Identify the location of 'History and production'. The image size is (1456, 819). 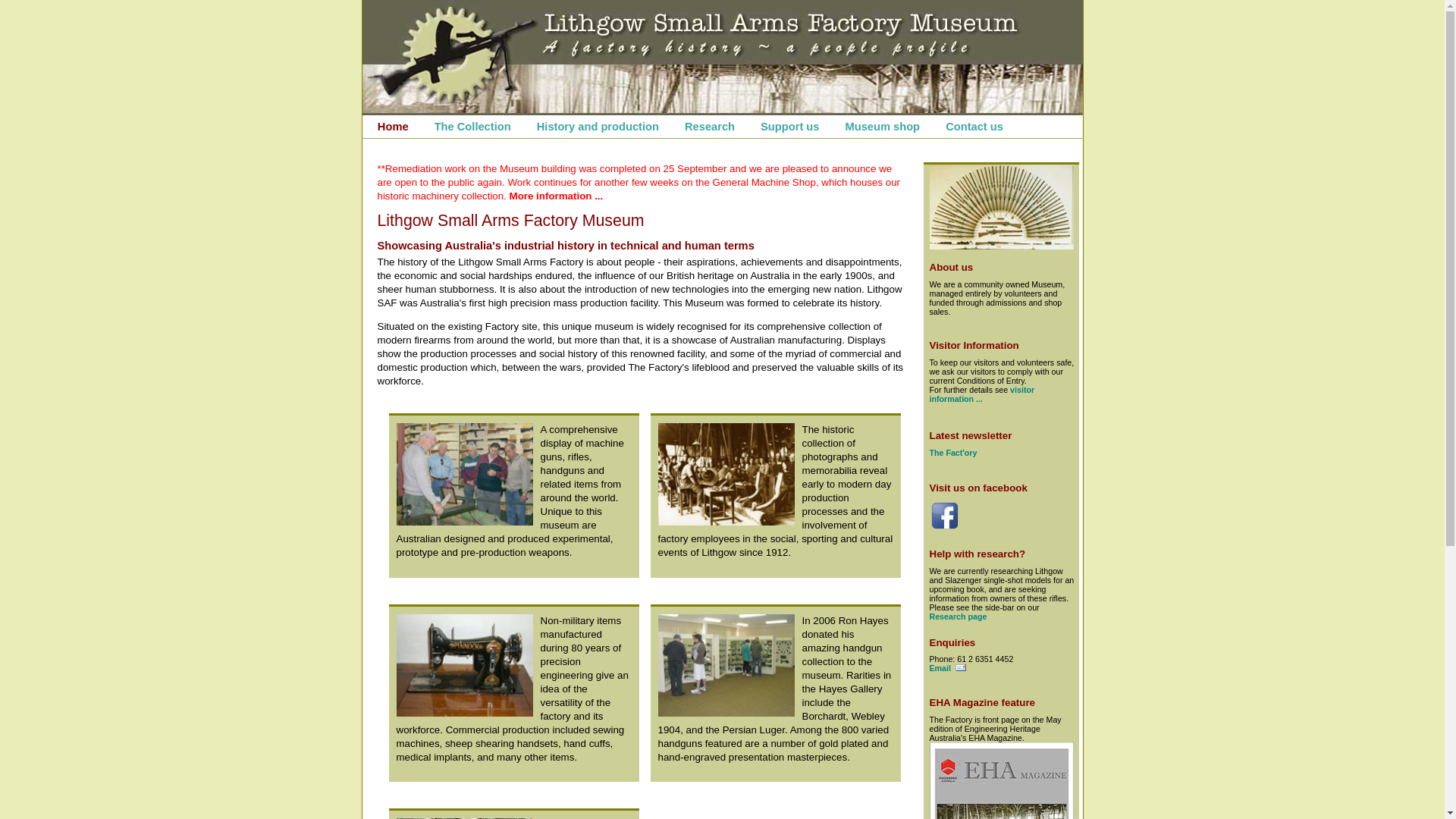
(597, 125).